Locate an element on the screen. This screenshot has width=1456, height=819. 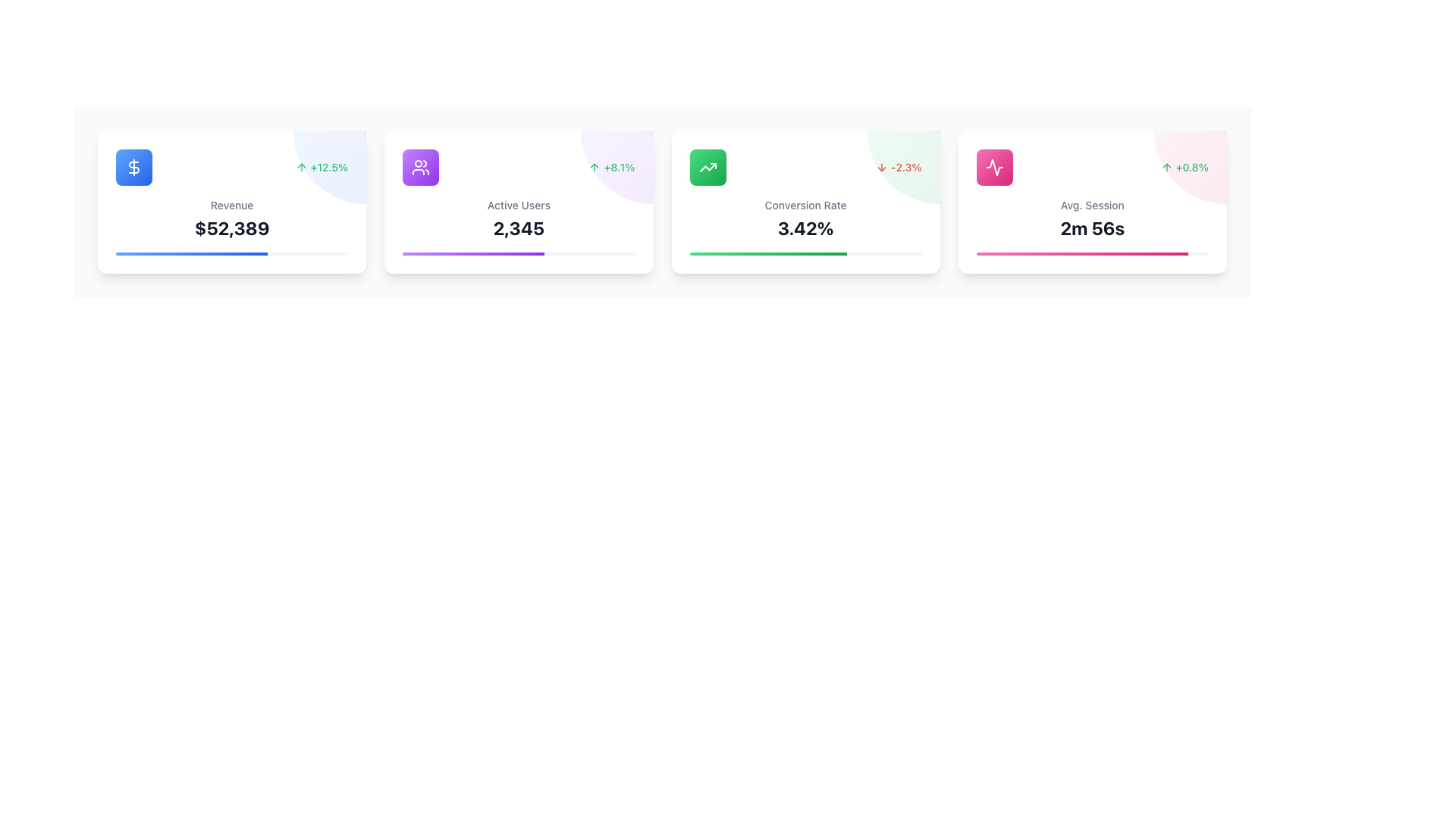
the upward trend icon is located at coordinates (594, 167).